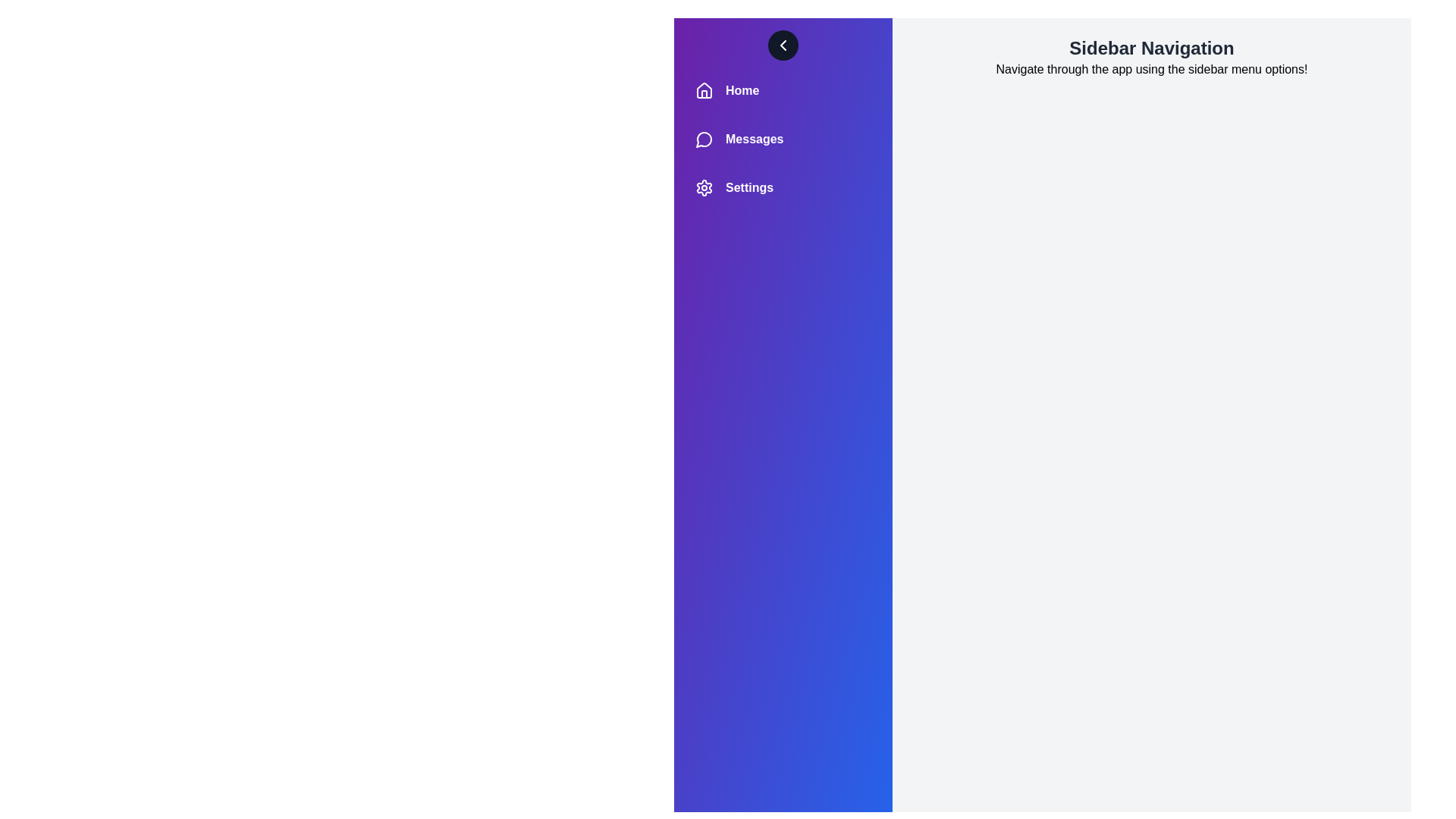  I want to click on the main content area to focus on it, so click(1151, 427).